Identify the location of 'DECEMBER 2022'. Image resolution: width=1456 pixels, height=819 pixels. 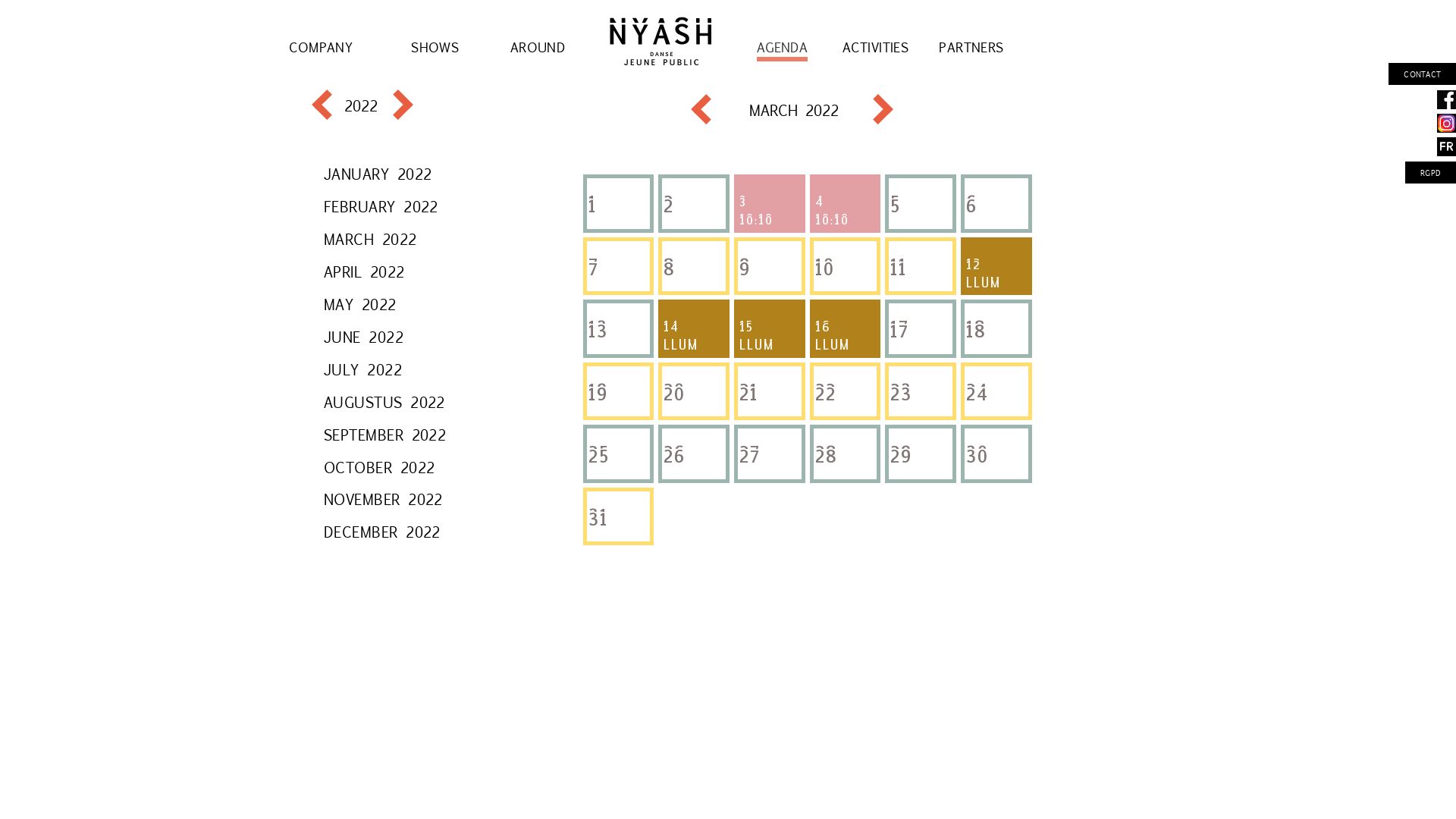
(382, 530).